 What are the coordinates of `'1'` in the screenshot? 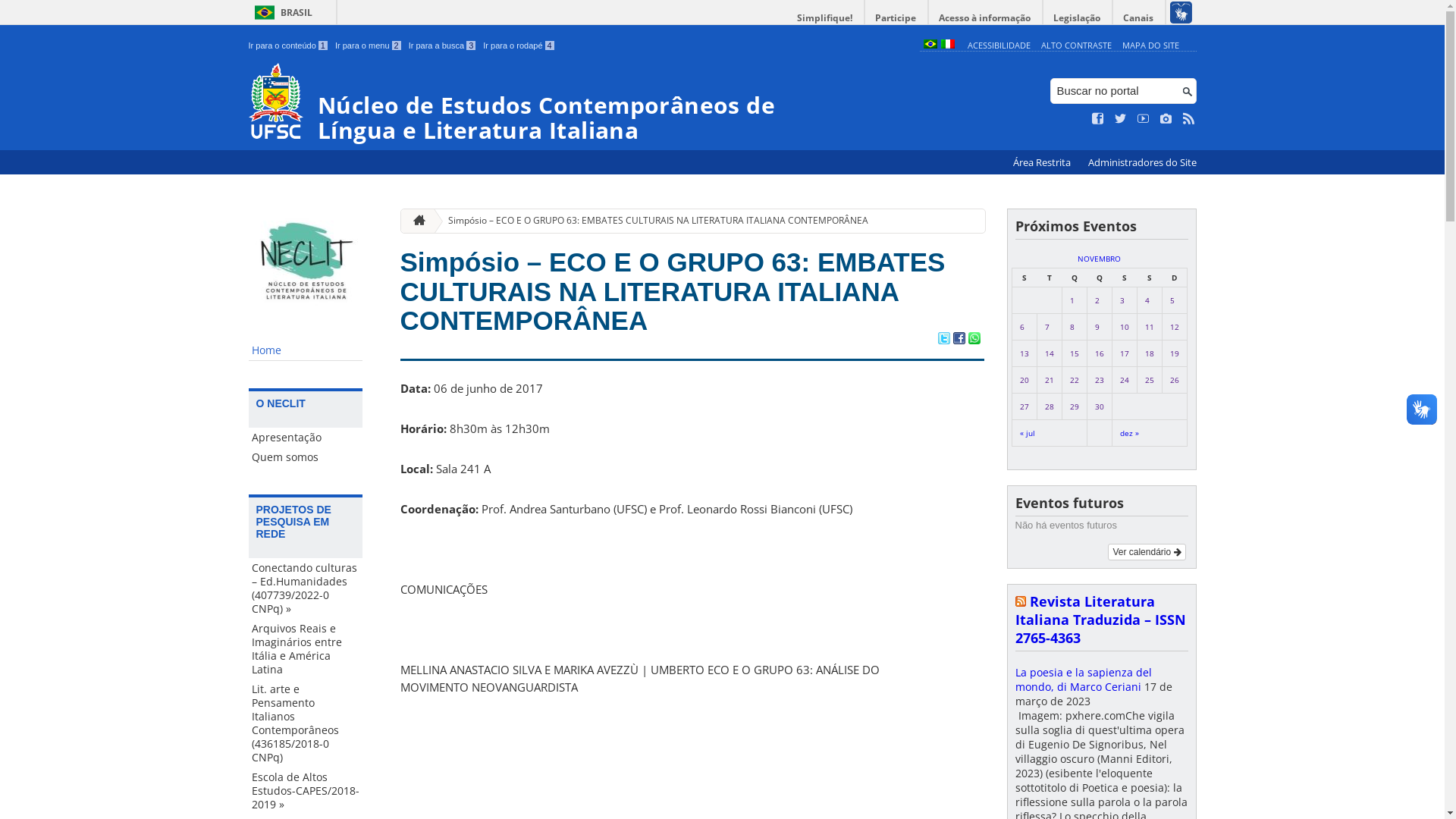 It's located at (1070, 300).